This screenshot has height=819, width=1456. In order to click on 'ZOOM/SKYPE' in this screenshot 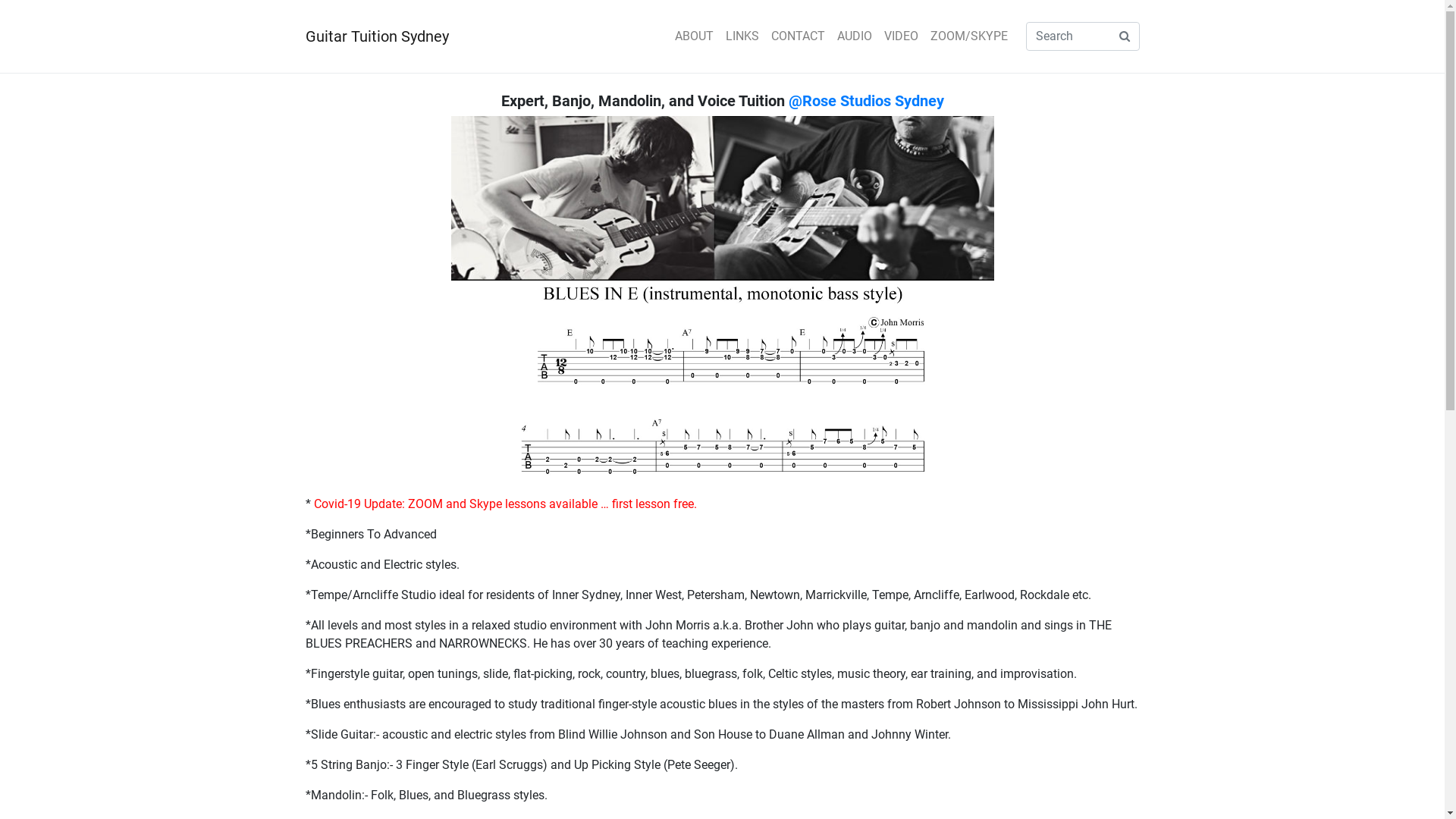, I will do `click(967, 35)`.